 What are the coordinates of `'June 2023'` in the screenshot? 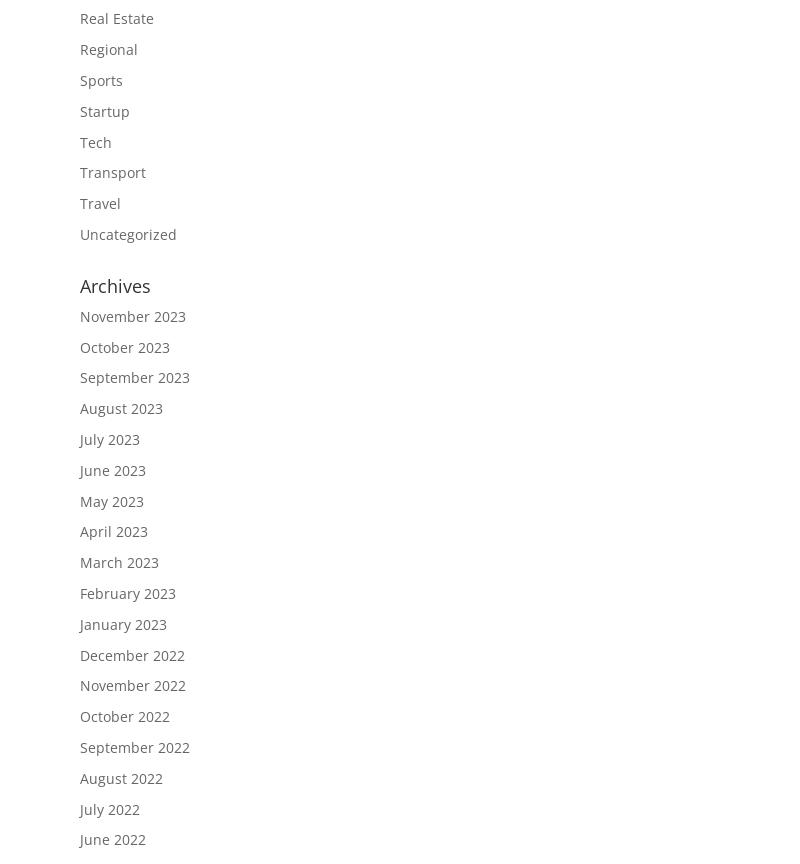 It's located at (80, 469).